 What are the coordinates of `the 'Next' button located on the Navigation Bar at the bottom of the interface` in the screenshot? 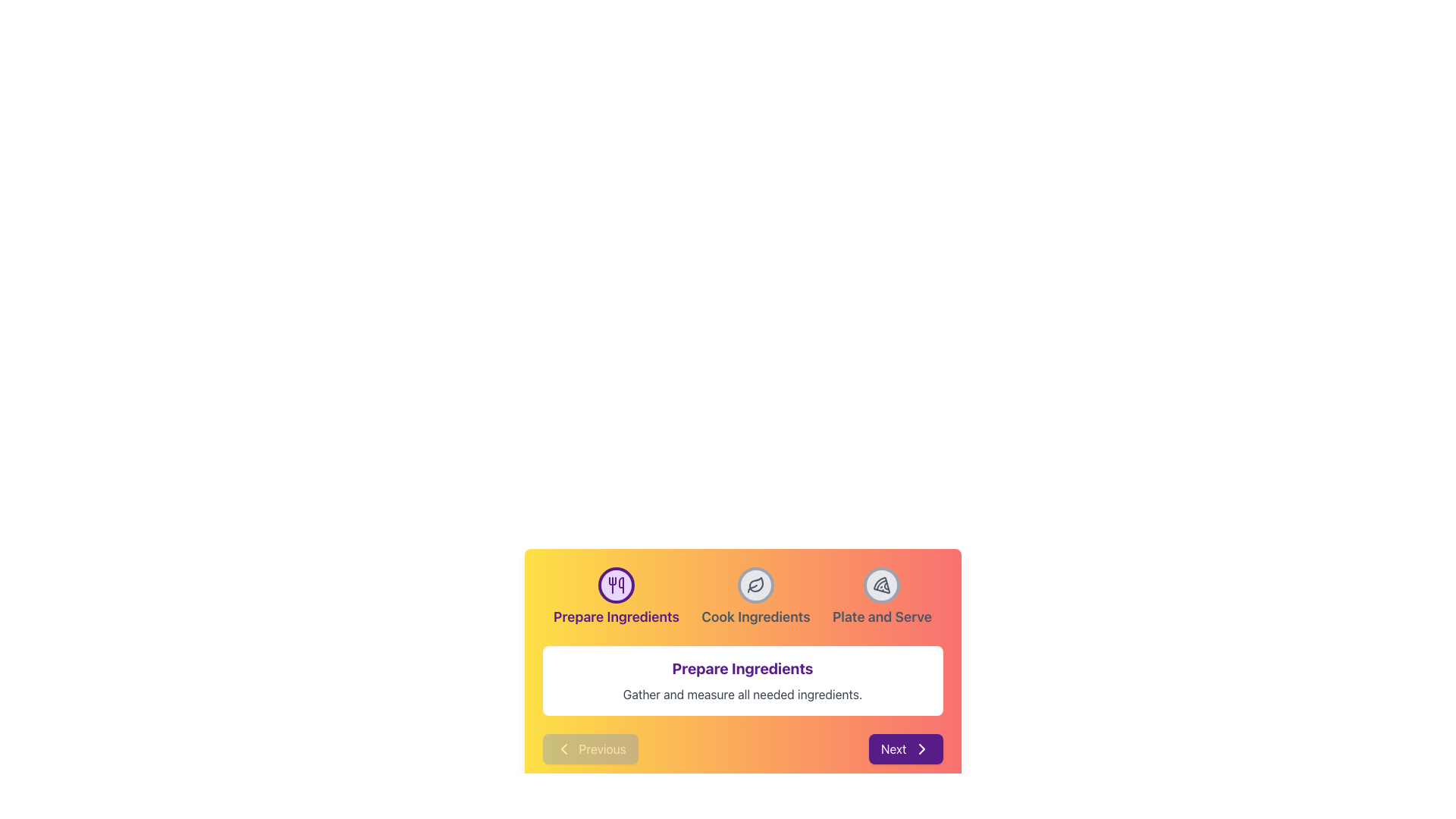 It's located at (742, 748).